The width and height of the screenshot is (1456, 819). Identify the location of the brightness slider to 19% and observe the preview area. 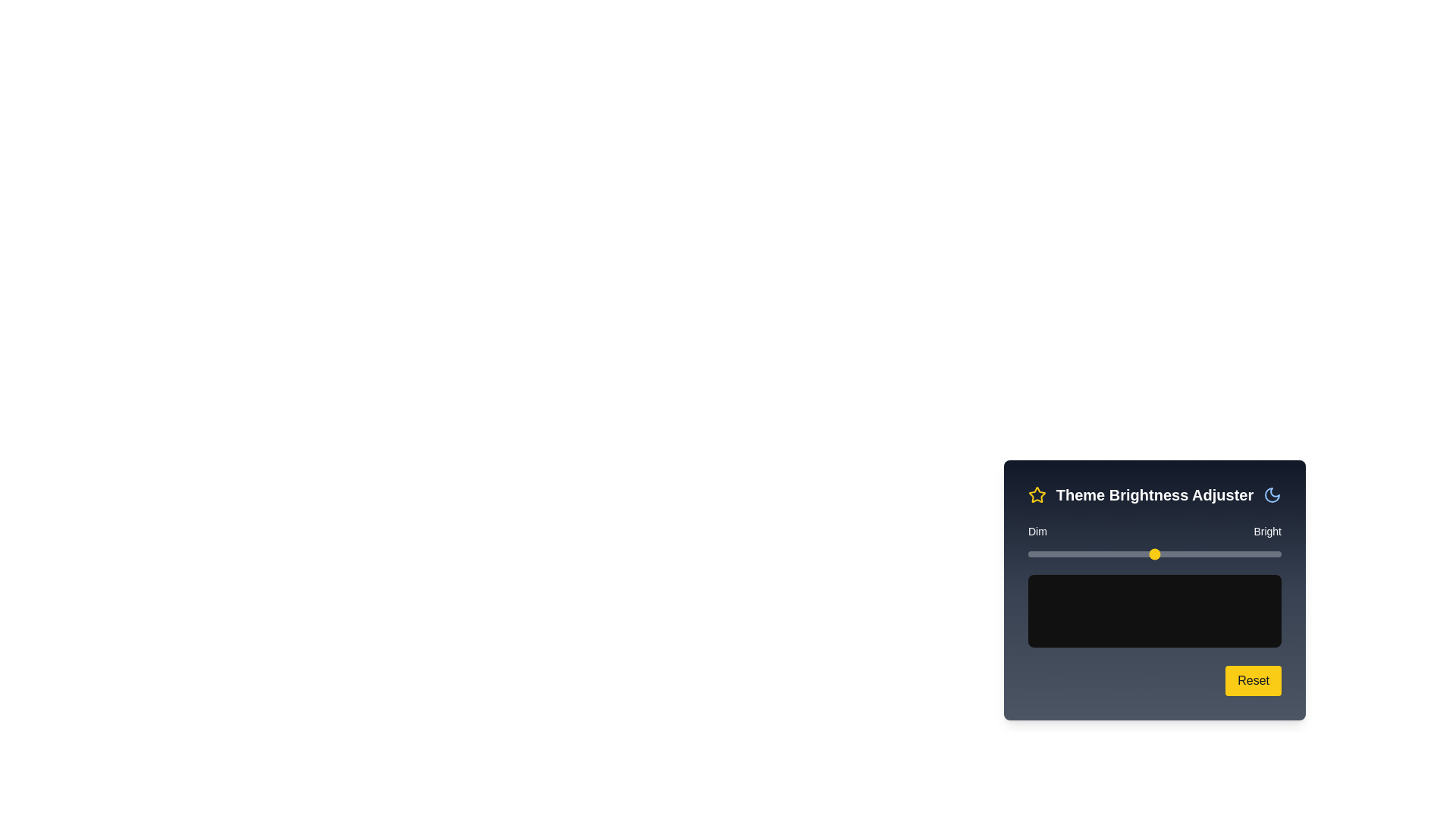
(1075, 554).